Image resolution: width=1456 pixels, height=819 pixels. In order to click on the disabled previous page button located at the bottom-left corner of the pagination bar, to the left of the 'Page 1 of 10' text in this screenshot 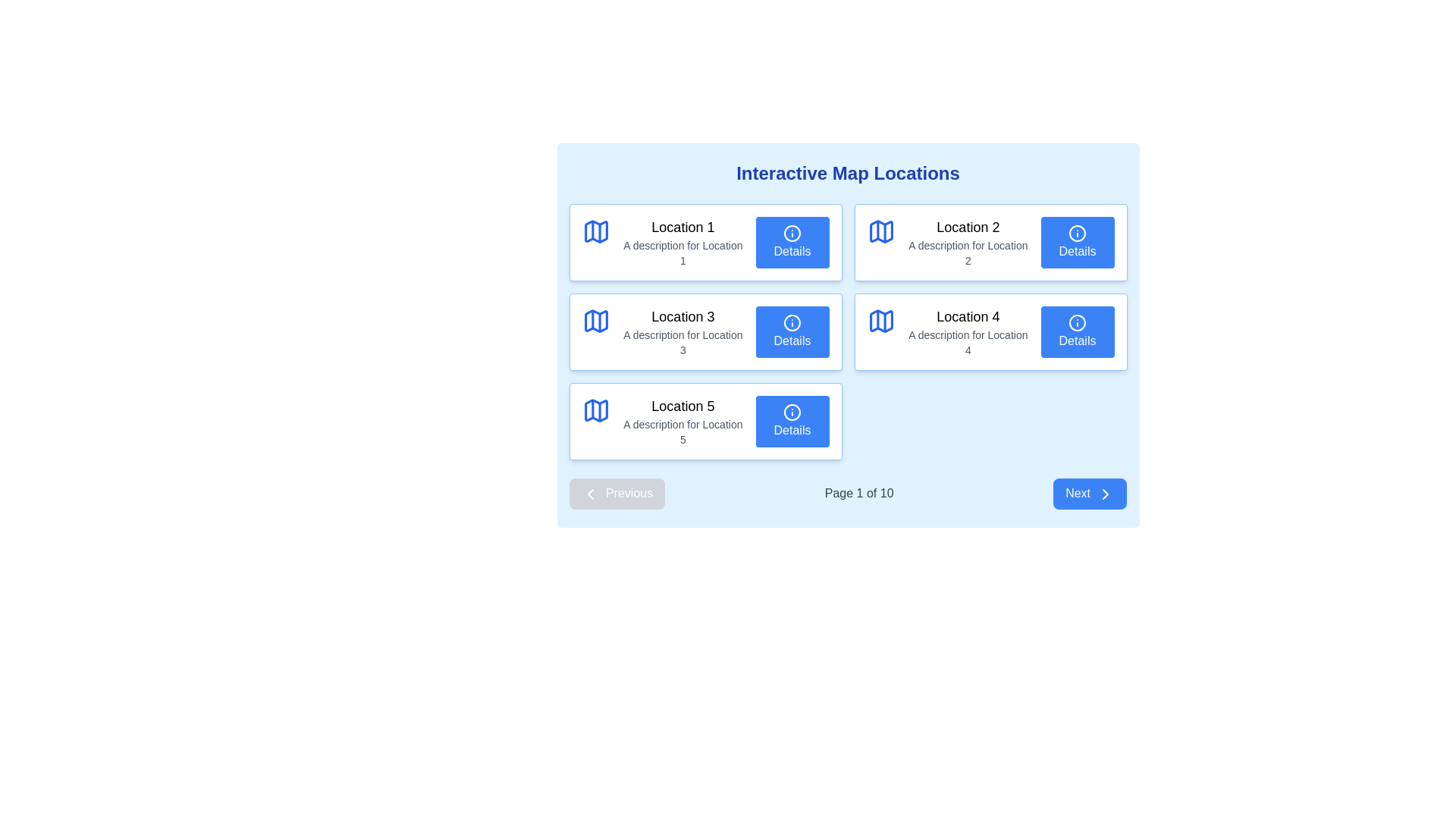, I will do `click(617, 494)`.